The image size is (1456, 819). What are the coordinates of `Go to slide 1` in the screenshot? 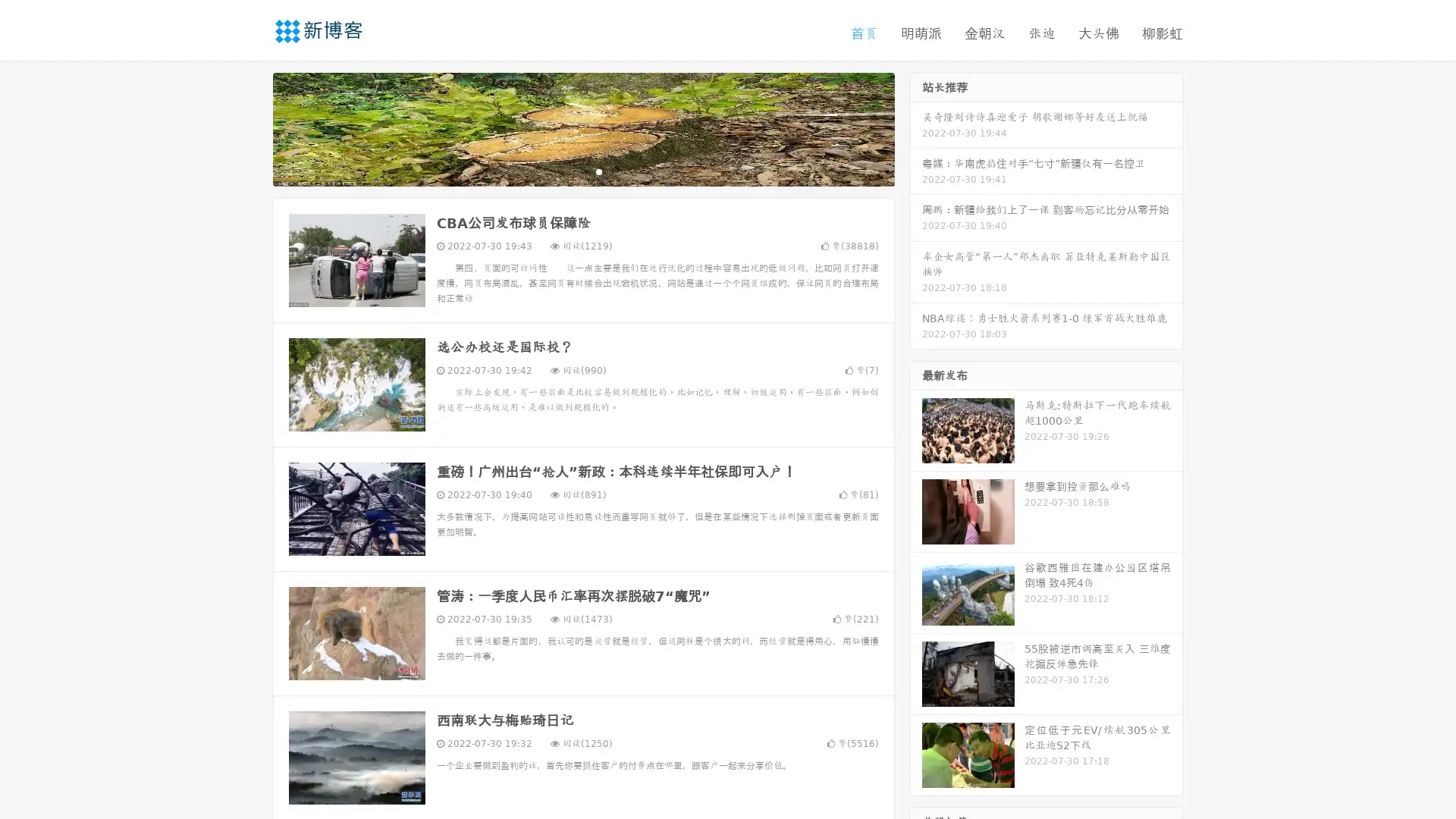 It's located at (567, 171).